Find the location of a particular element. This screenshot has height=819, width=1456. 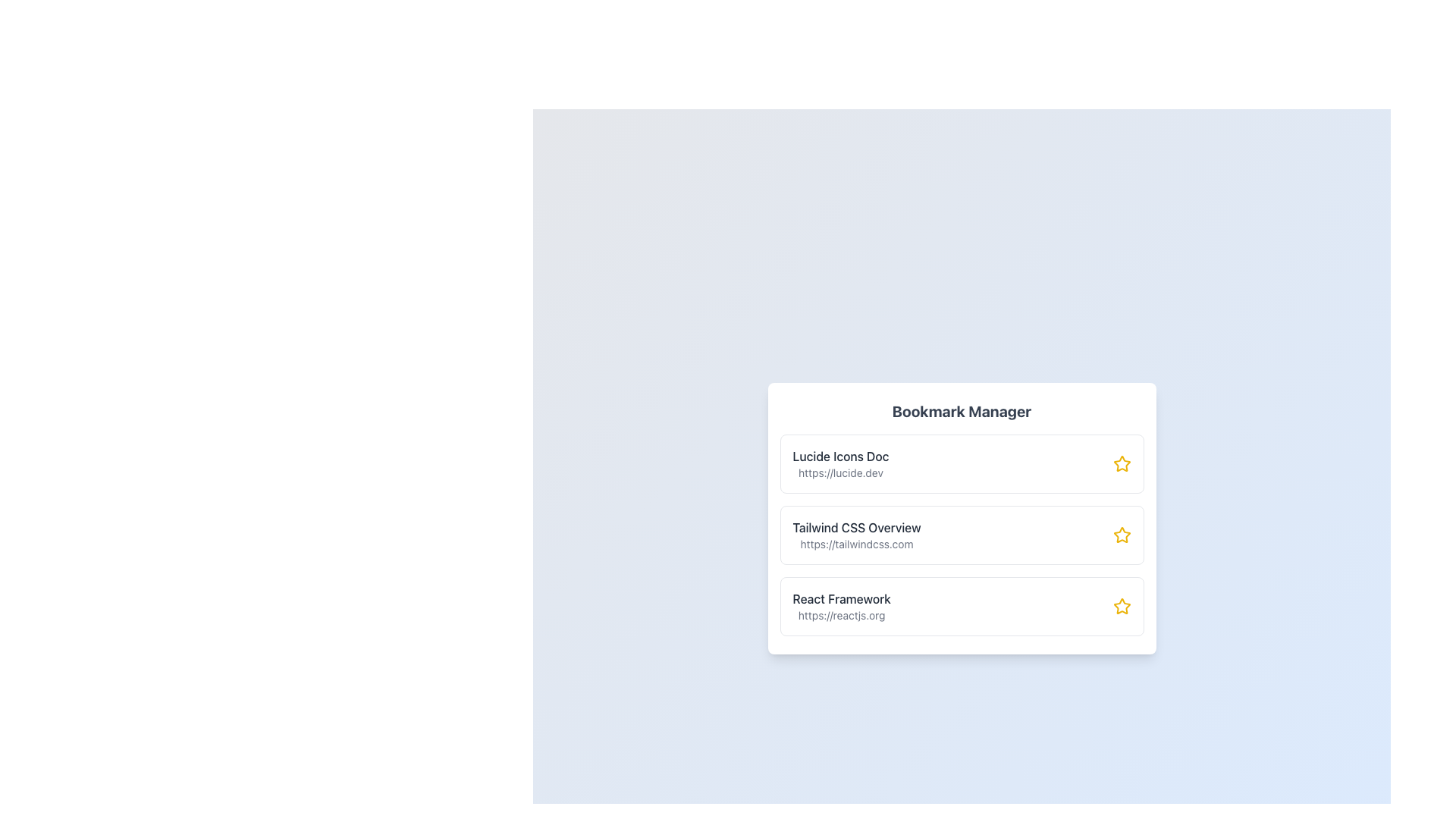

the star-shaped icon with a yellow border located next to 'Lucide Icons Doc' in the 'Bookmark Manager' is located at coordinates (1121, 462).